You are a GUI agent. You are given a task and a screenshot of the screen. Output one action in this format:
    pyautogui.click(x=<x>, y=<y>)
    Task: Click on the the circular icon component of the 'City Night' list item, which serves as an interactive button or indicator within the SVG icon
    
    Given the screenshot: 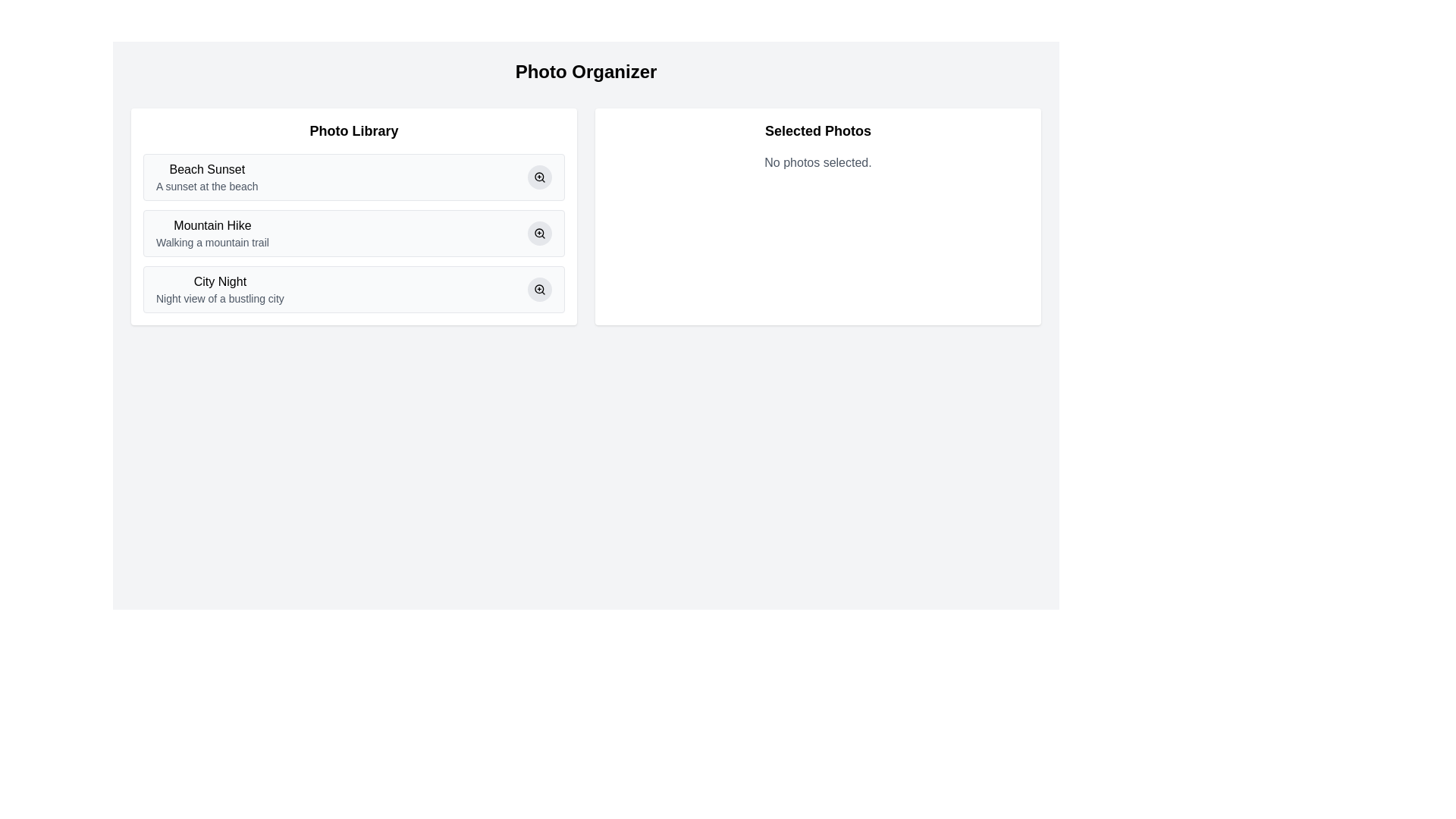 What is the action you would take?
    pyautogui.click(x=539, y=289)
    